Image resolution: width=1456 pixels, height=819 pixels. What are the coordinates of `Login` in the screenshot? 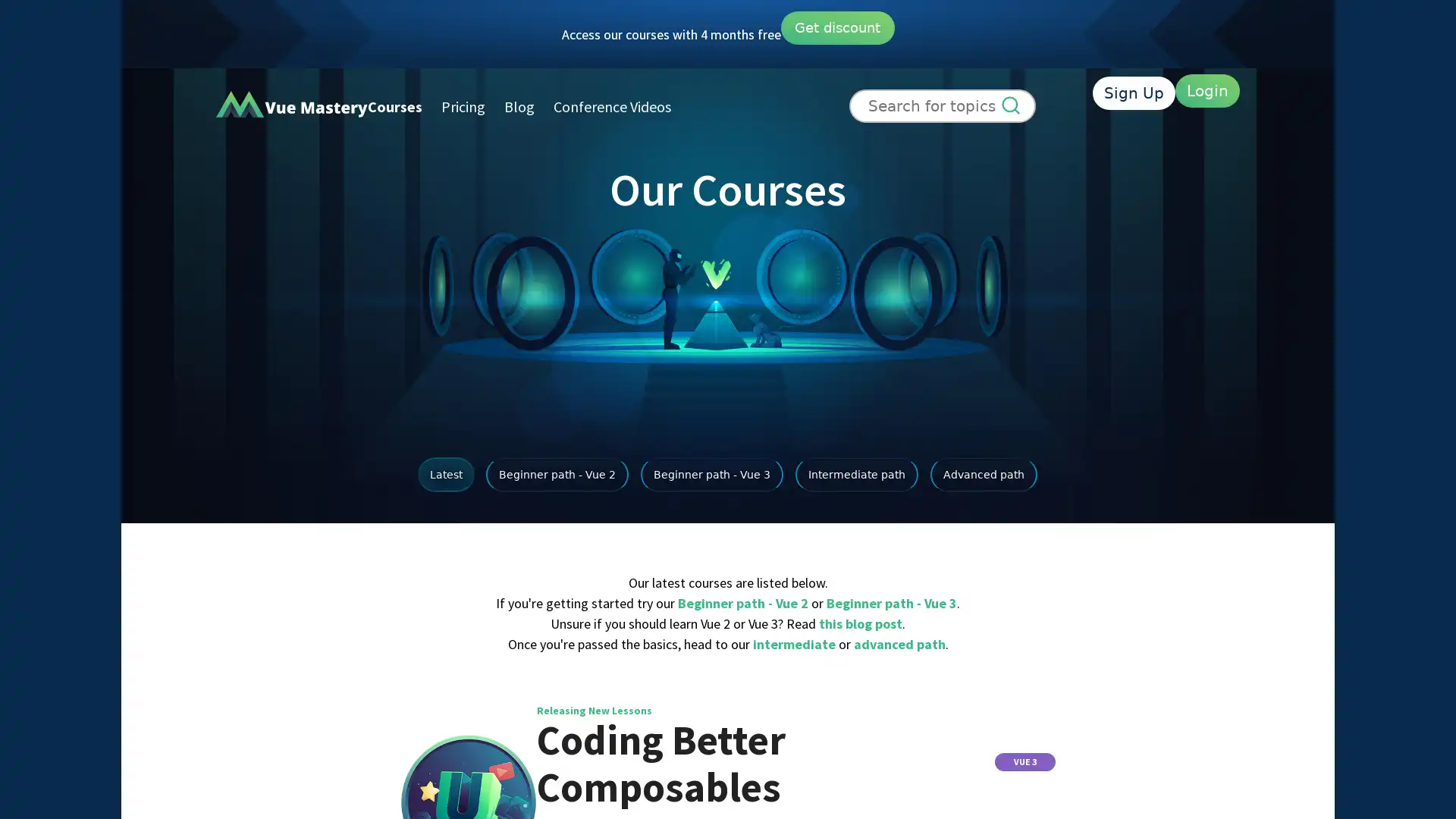 It's located at (1197, 105).